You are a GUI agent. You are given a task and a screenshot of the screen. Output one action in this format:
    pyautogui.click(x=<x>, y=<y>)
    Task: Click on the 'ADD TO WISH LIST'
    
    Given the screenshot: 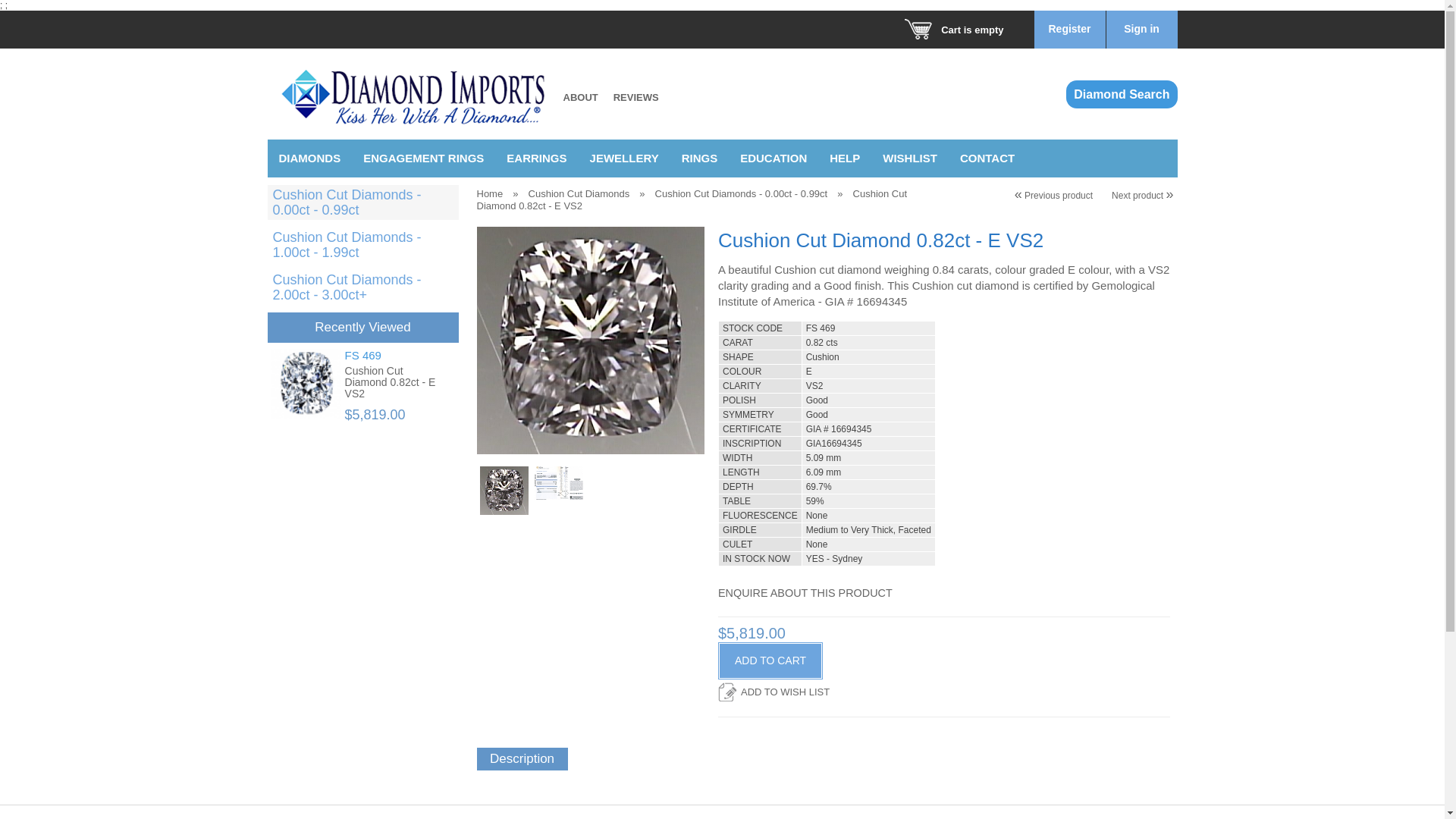 What is the action you would take?
    pyautogui.click(x=717, y=692)
    